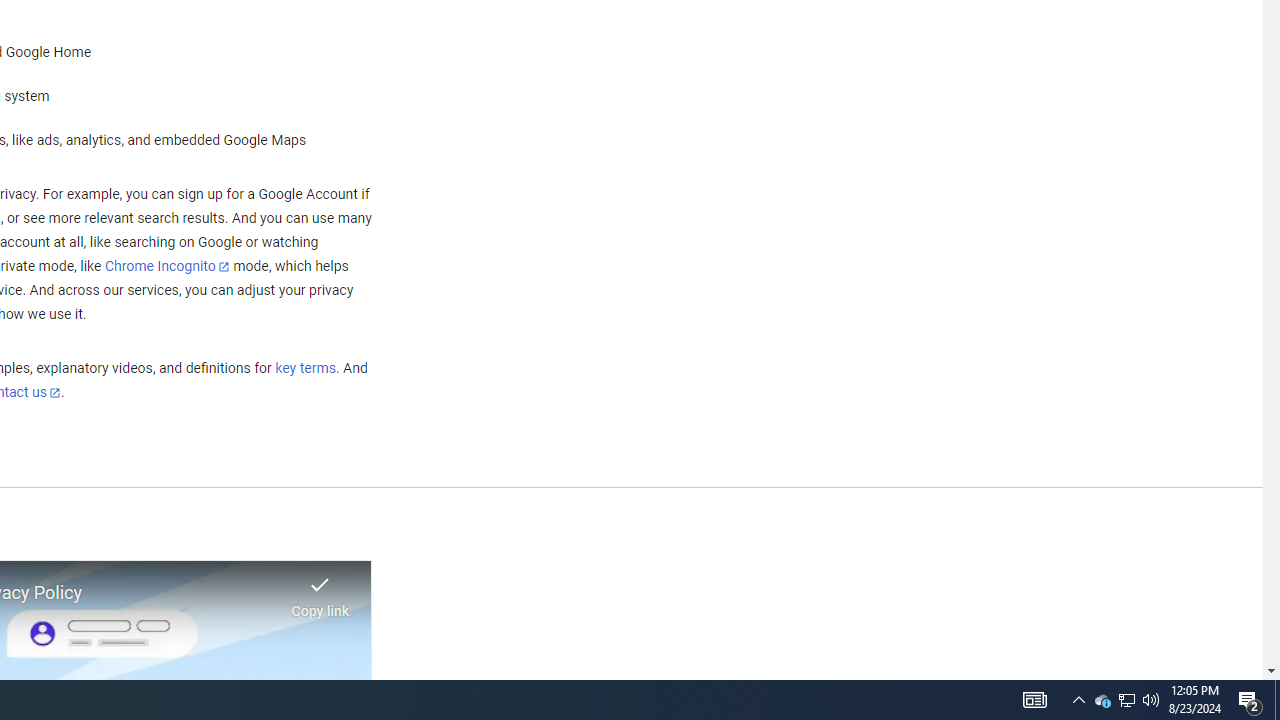 The height and width of the screenshot is (720, 1280). I want to click on 'Chrome Incognito', so click(167, 265).